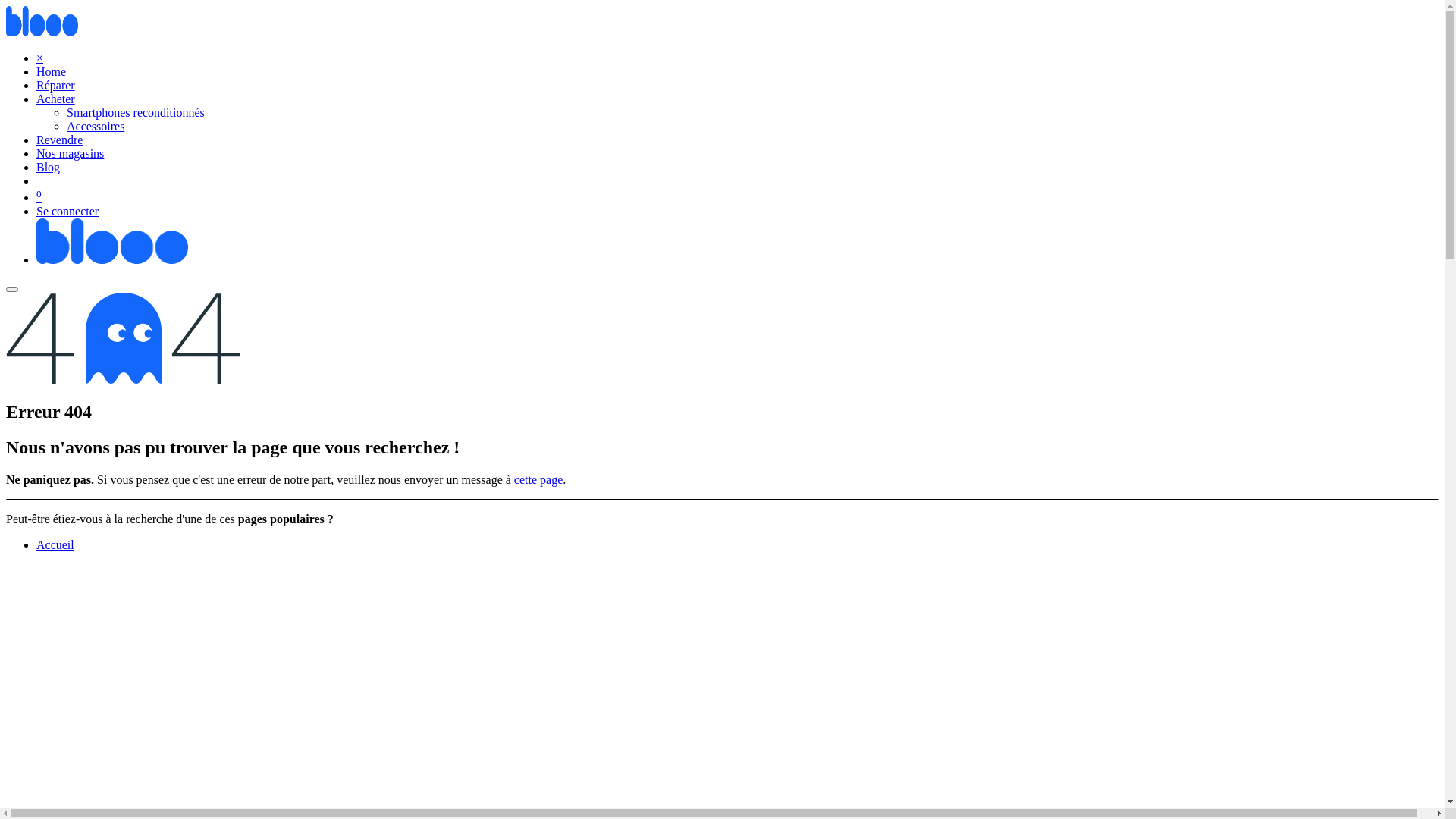 The width and height of the screenshot is (1456, 819). I want to click on 'Accessoires', so click(94, 125).